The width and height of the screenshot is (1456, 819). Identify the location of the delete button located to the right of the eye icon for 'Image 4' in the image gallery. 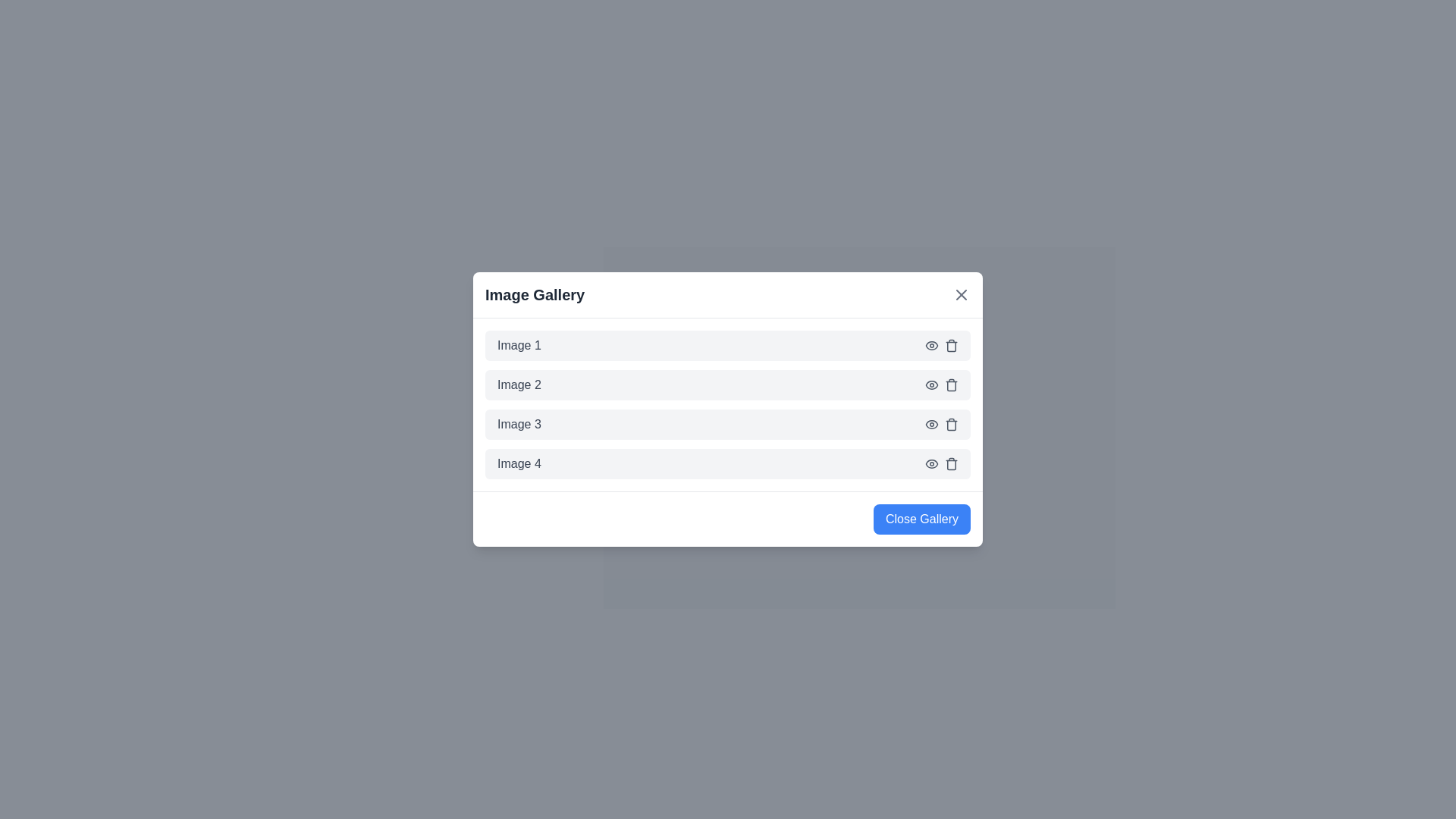
(950, 463).